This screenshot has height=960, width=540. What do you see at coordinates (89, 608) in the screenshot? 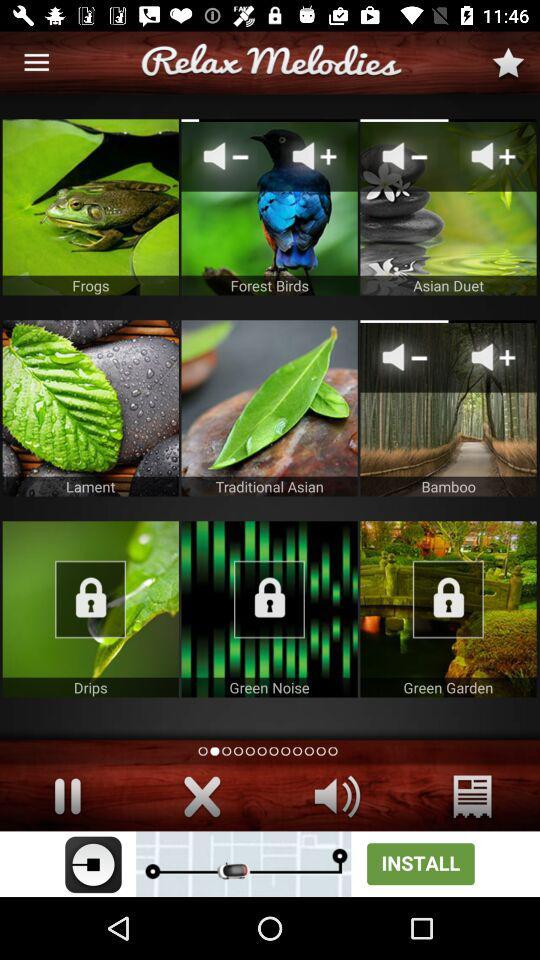
I see `audio file` at bounding box center [89, 608].